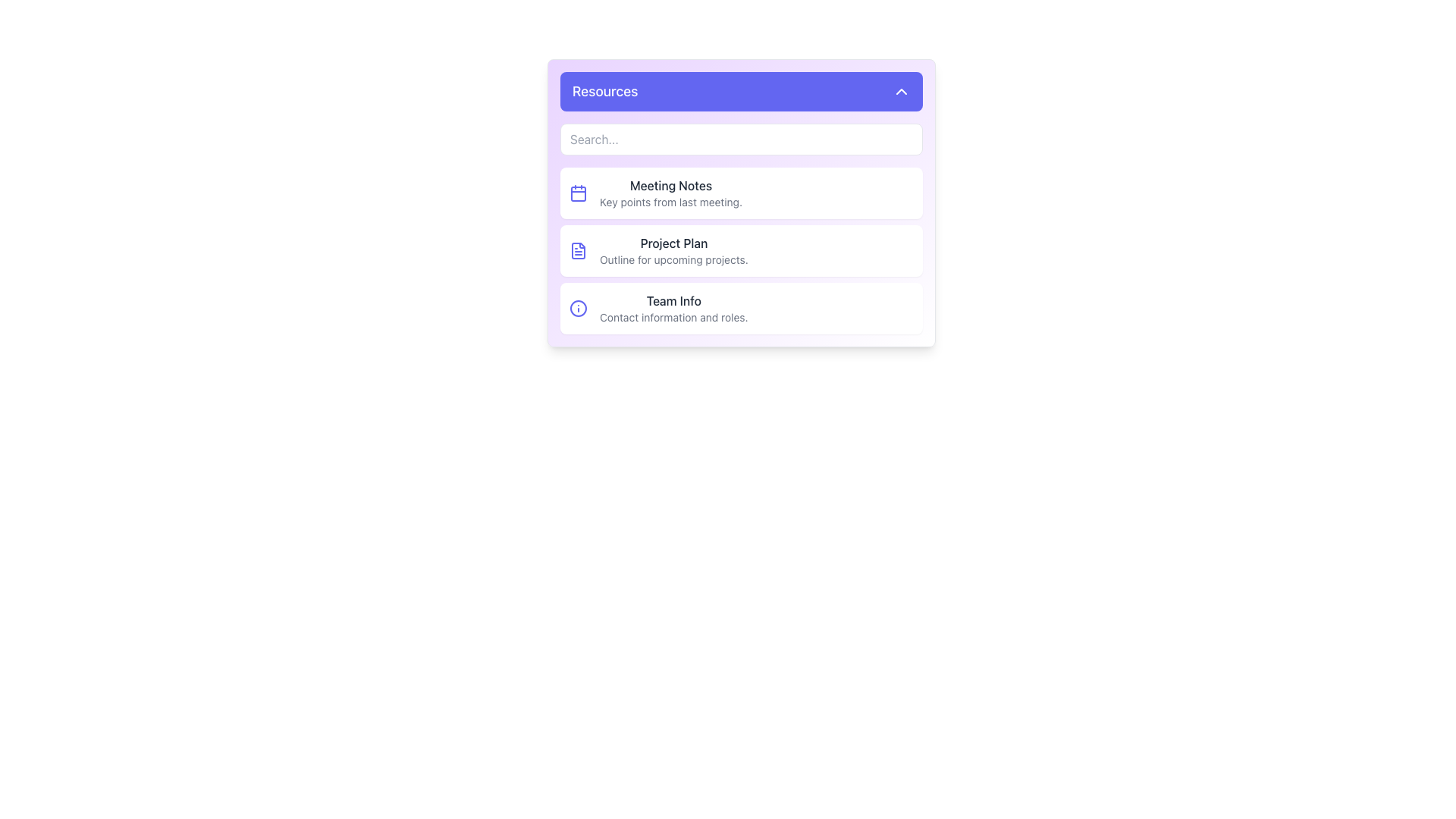 Image resolution: width=1456 pixels, height=819 pixels. I want to click on the distinct purple circular icon located at the leftmost position within the 'Team Info' card to interact with it, so click(578, 308).